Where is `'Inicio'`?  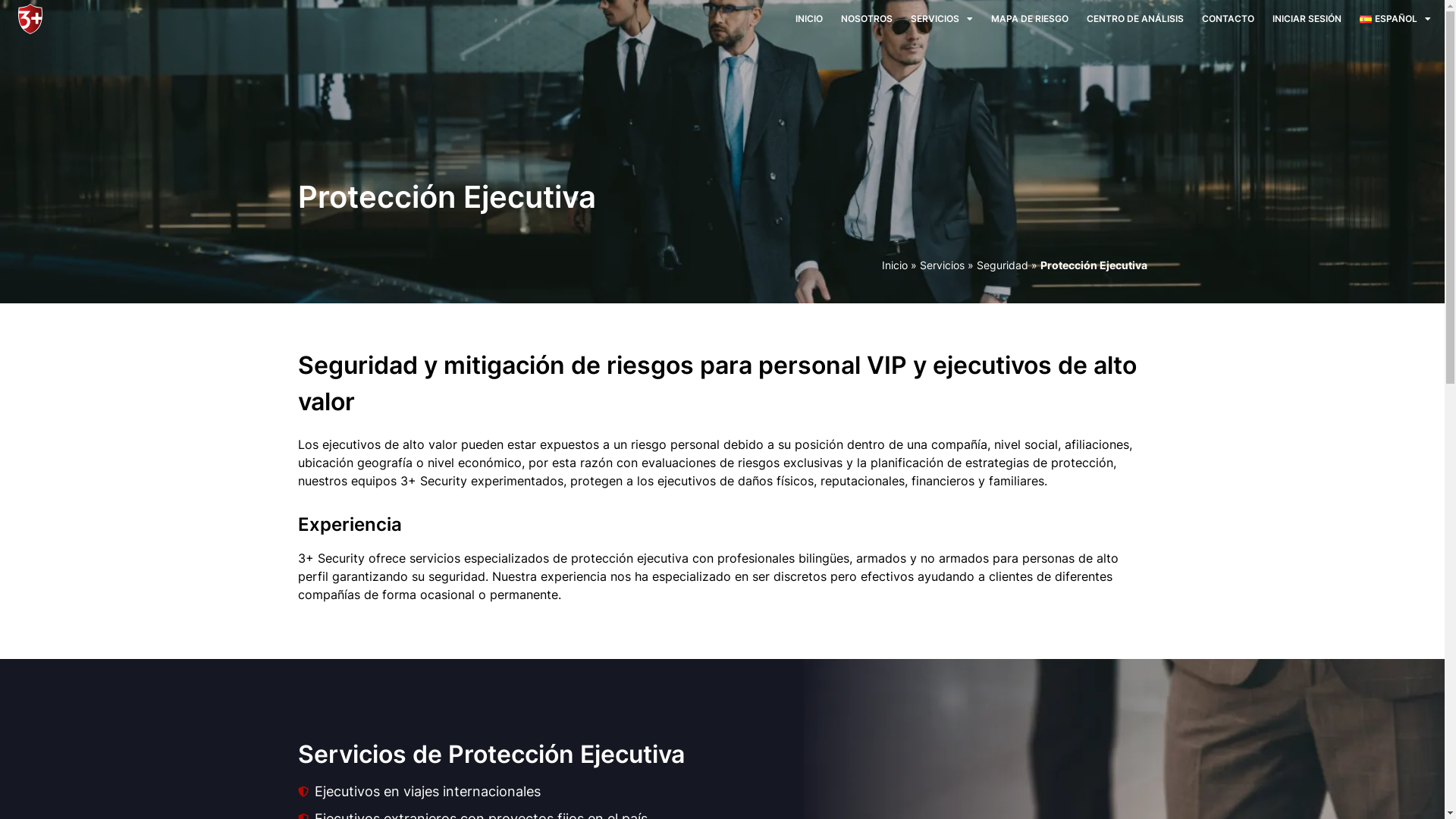
'Inicio' is located at coordinates (880, 265).